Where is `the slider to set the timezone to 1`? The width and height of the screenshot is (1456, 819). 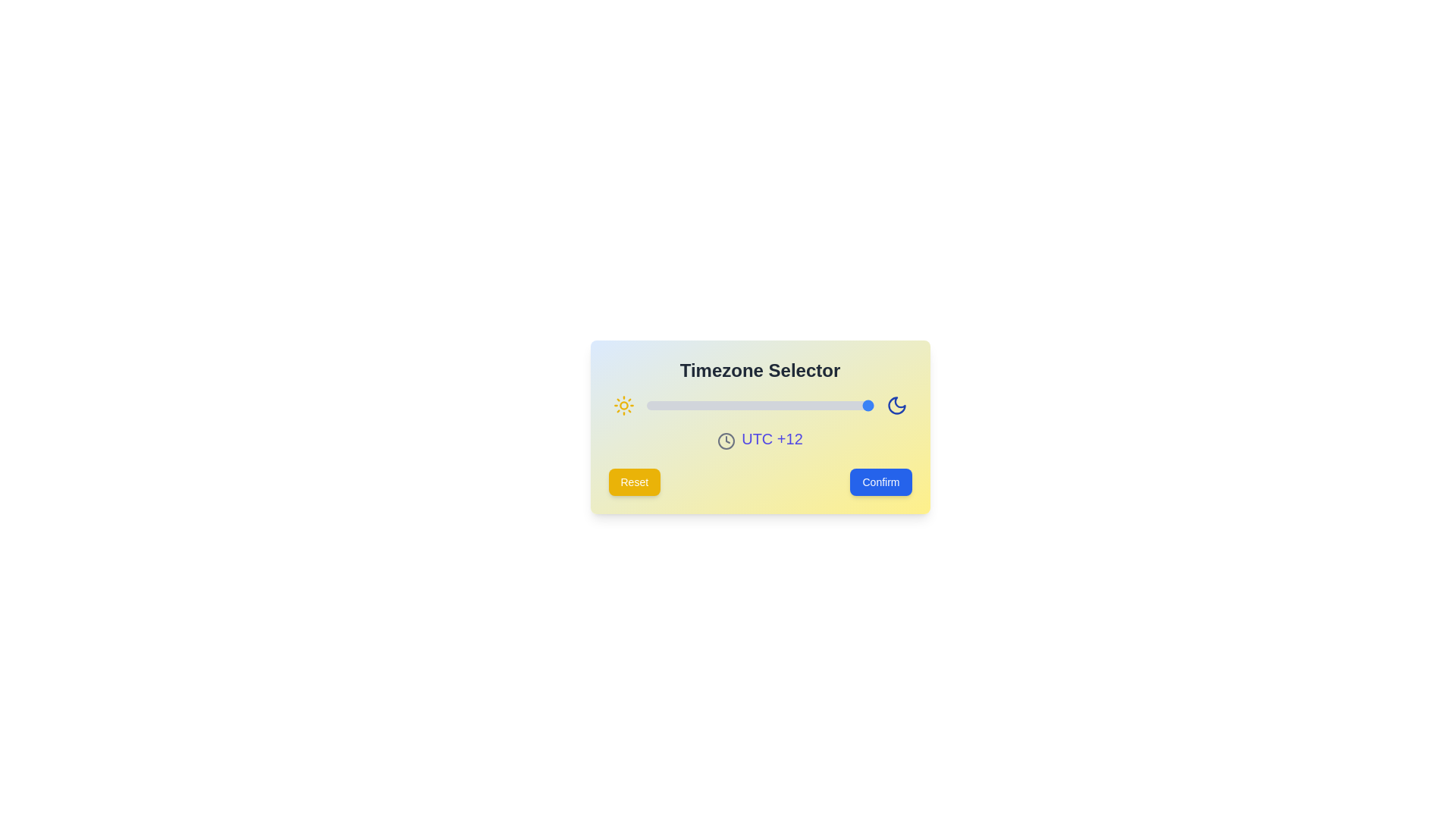 the slider to set the timezone to 1 is located at coordinates (769, 405).